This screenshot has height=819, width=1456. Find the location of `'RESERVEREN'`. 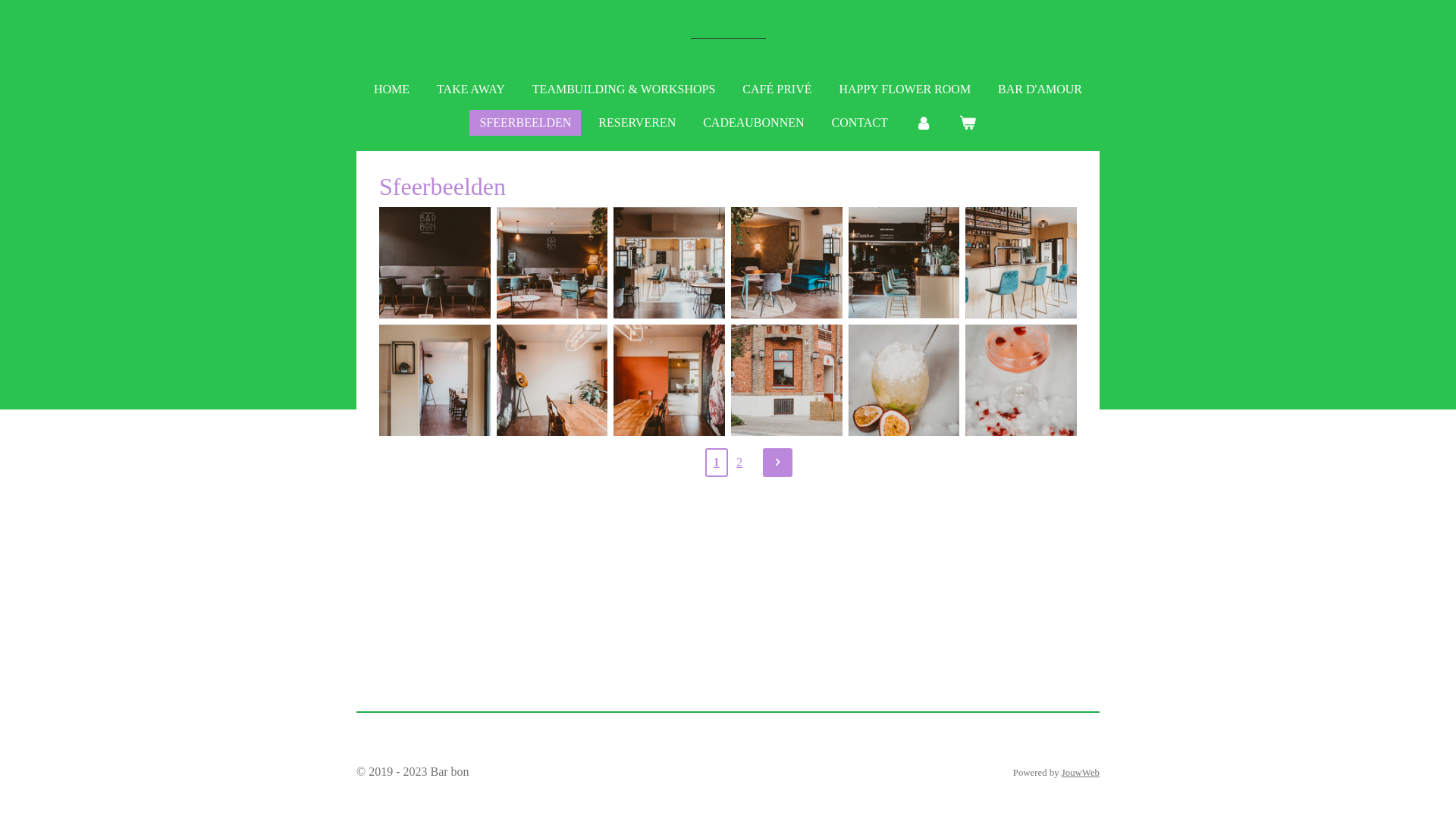

'RESERVEREN' is located at coordinates (637, 122).